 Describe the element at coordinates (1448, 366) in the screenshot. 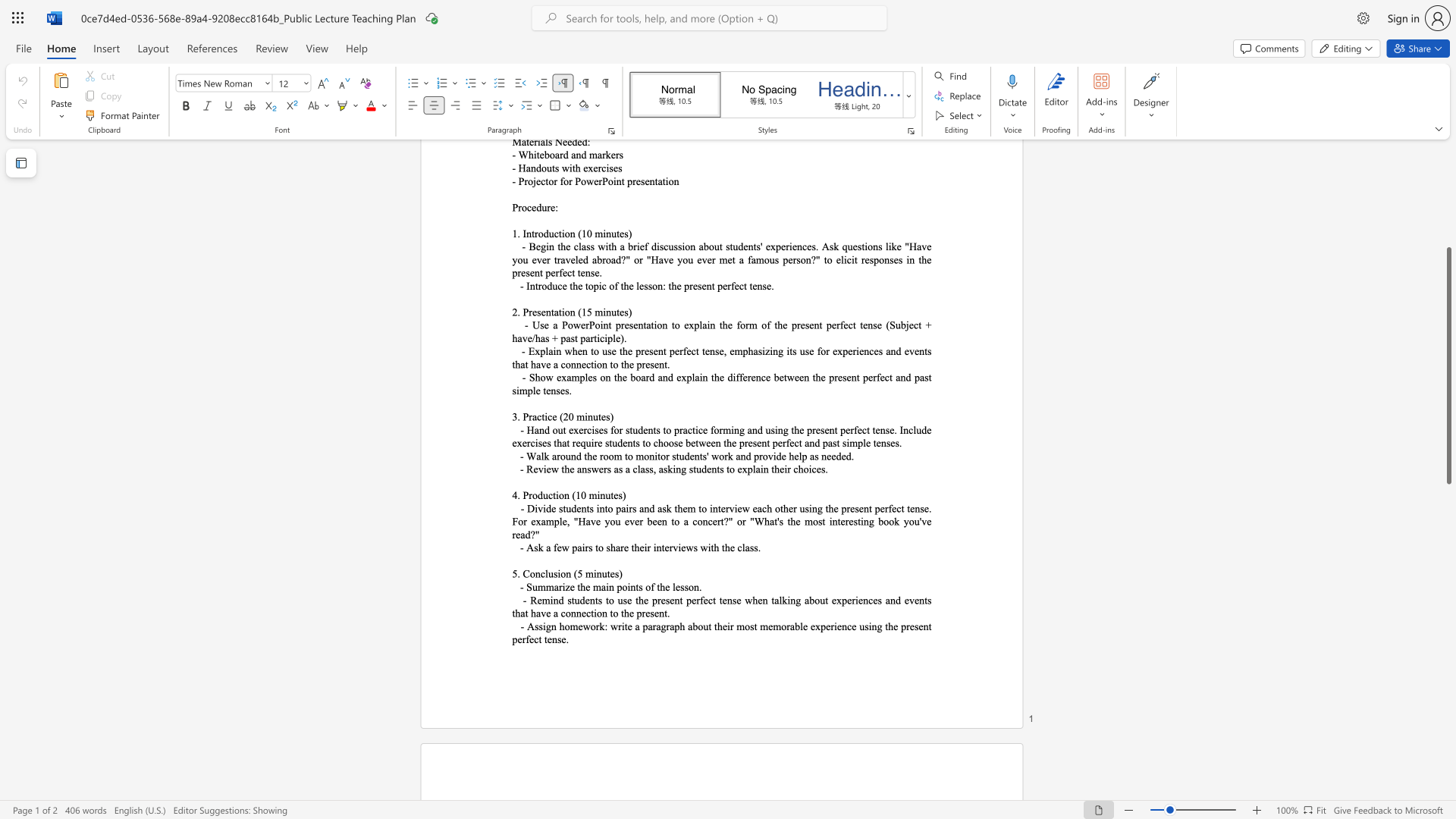

I see `the scrollbar and move down 220 pixels` at that location.